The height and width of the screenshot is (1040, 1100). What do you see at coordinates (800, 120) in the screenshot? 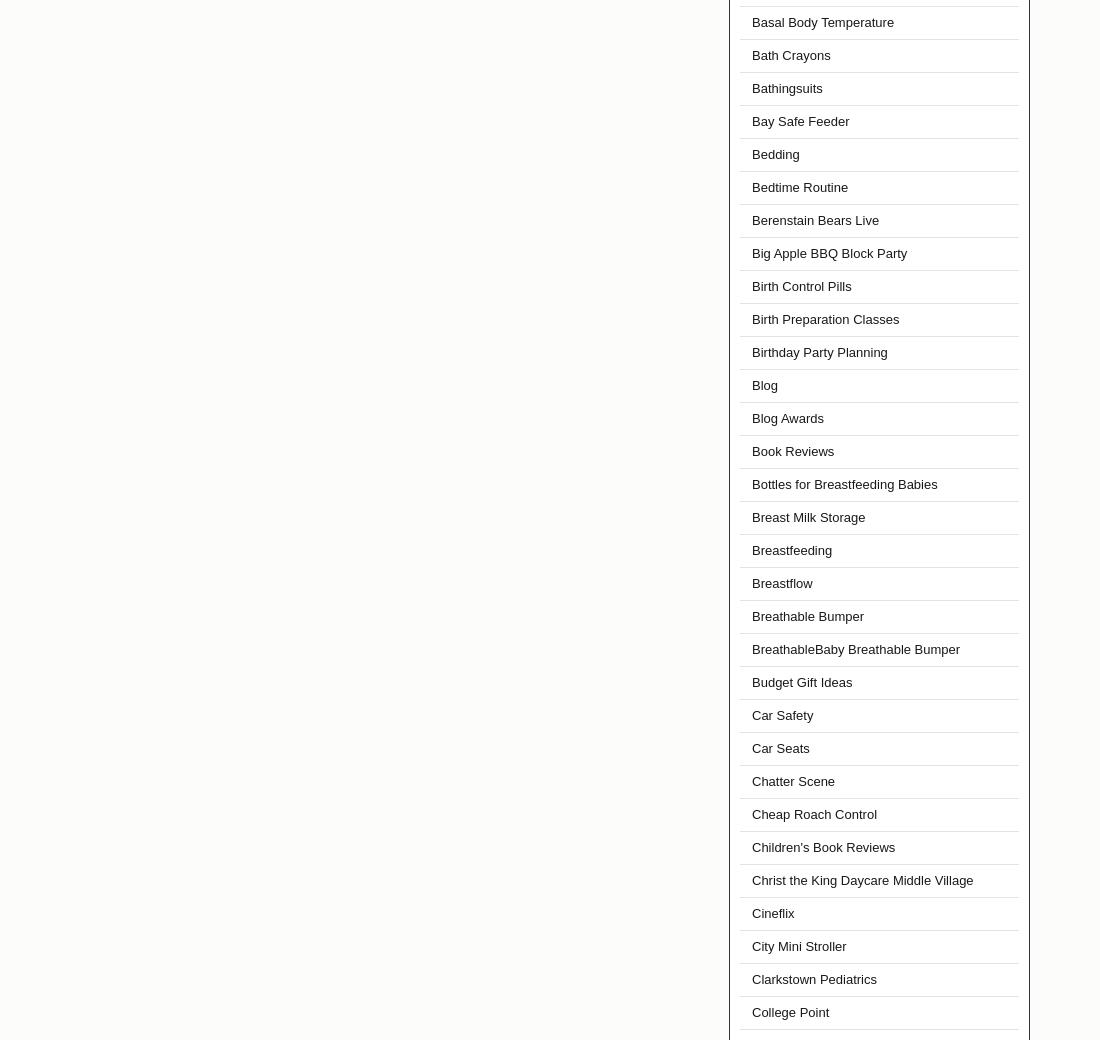
I see `'Bay Safe Feeder'` at bounding box center [800, 120].